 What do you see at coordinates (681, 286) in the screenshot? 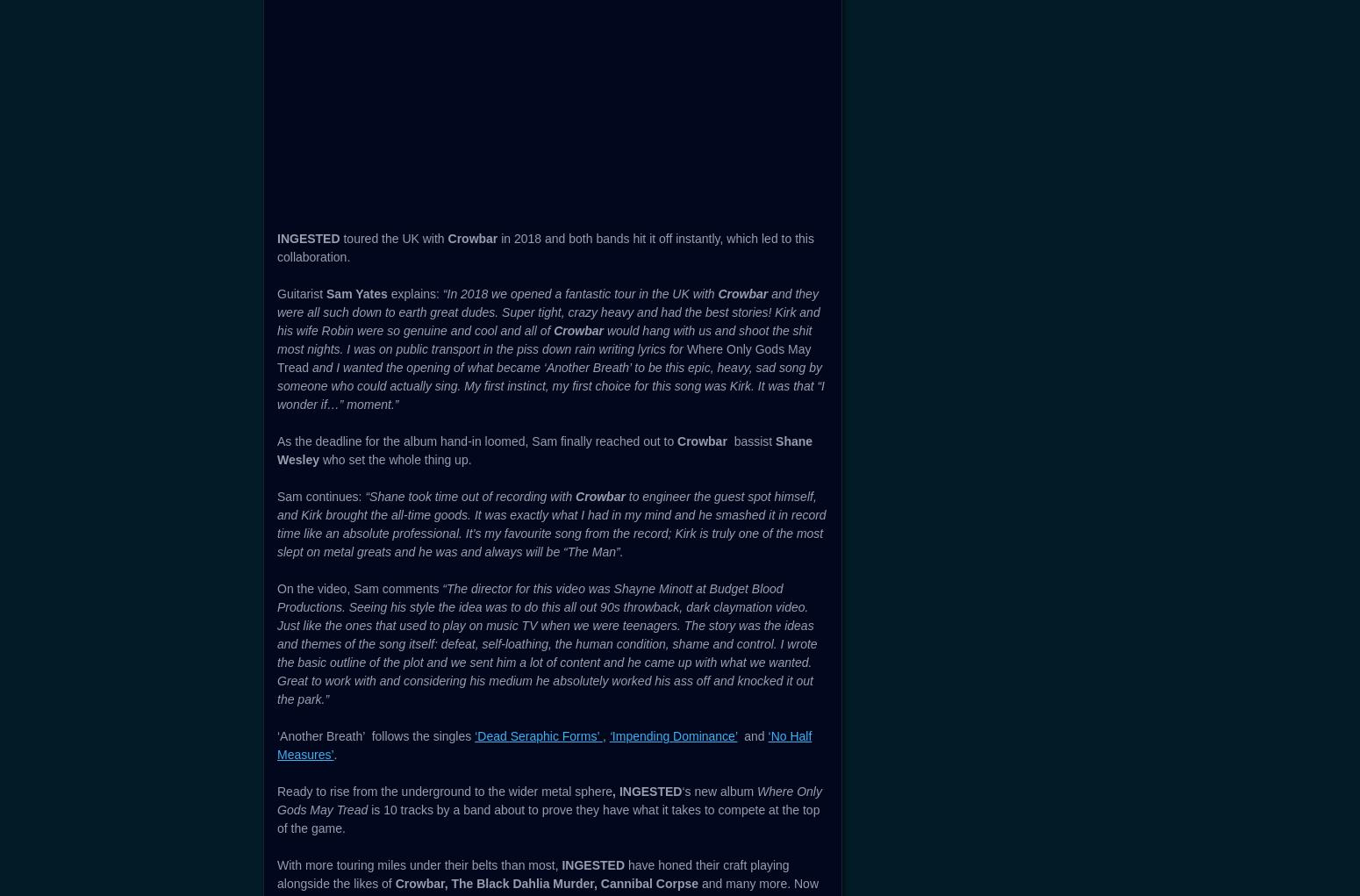
I see `'‘Another Breath’'` at bounding box center [681, 286].